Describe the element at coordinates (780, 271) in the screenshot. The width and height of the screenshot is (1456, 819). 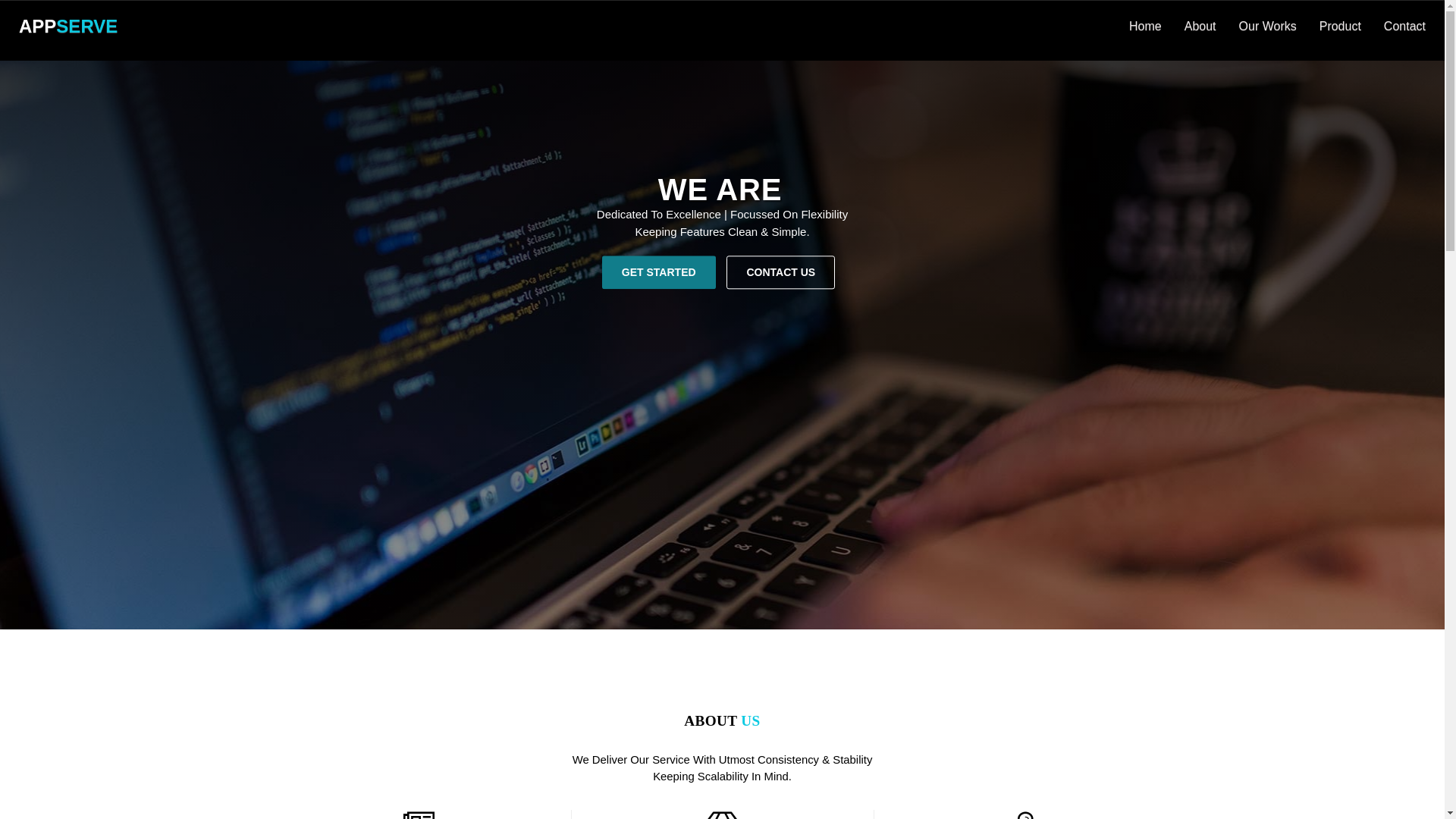
I see `'CONTACT US'` at that location.